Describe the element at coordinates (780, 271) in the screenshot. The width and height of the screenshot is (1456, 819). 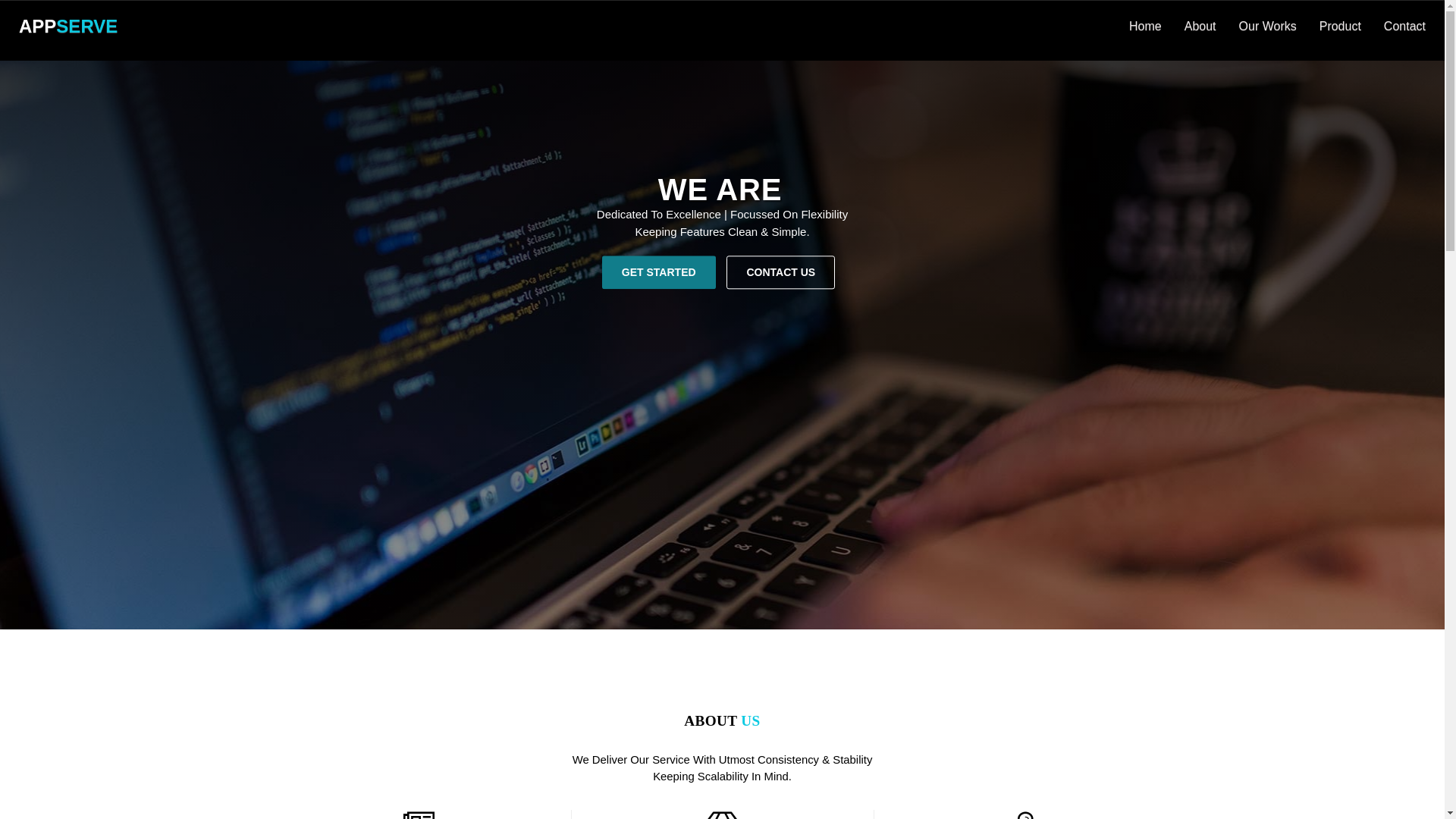
I see `'CONTACT US'` at that location.